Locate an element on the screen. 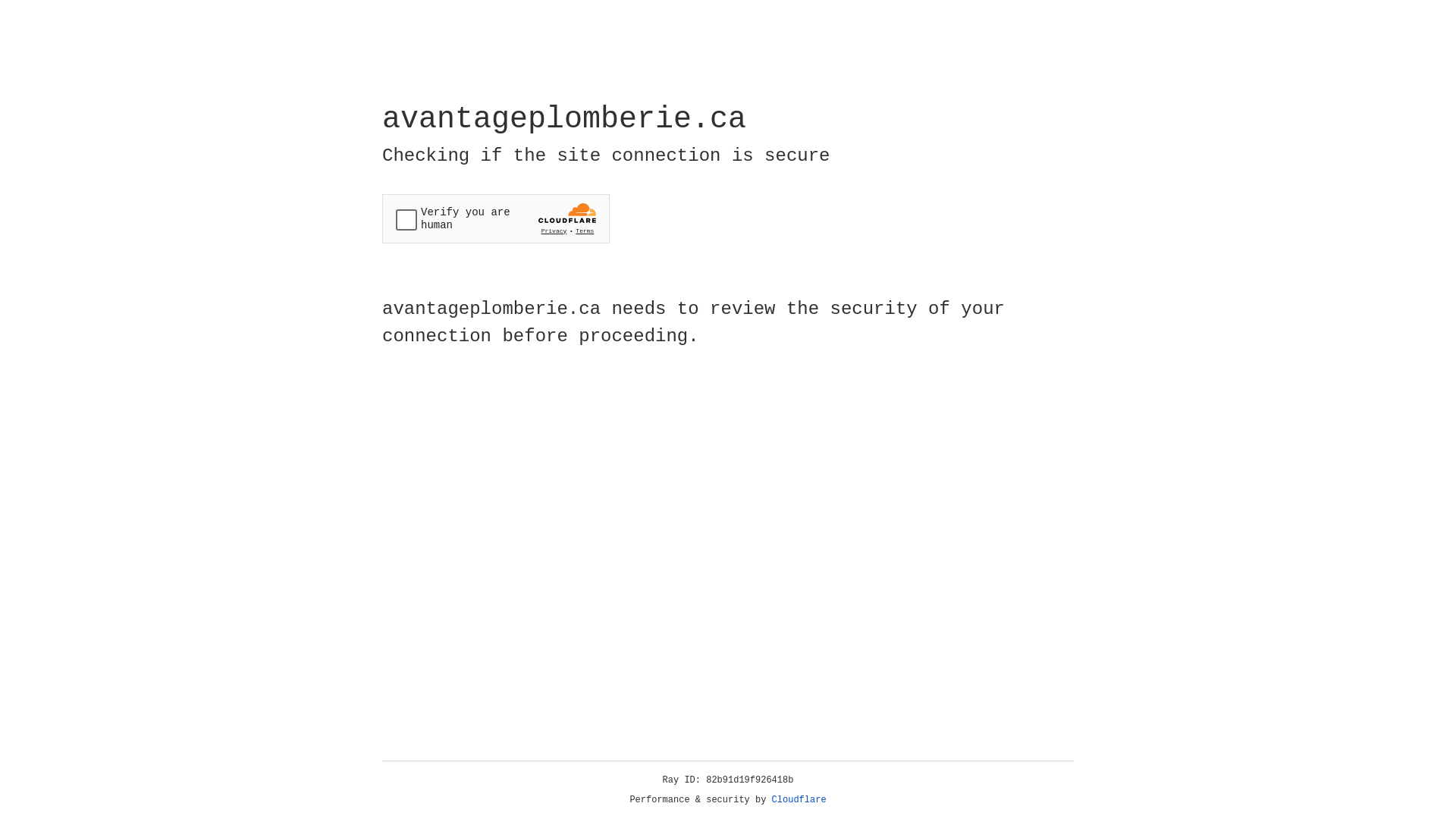  'Widget containing a Cloudflare security challenge' is located at coordinates (495, 218).